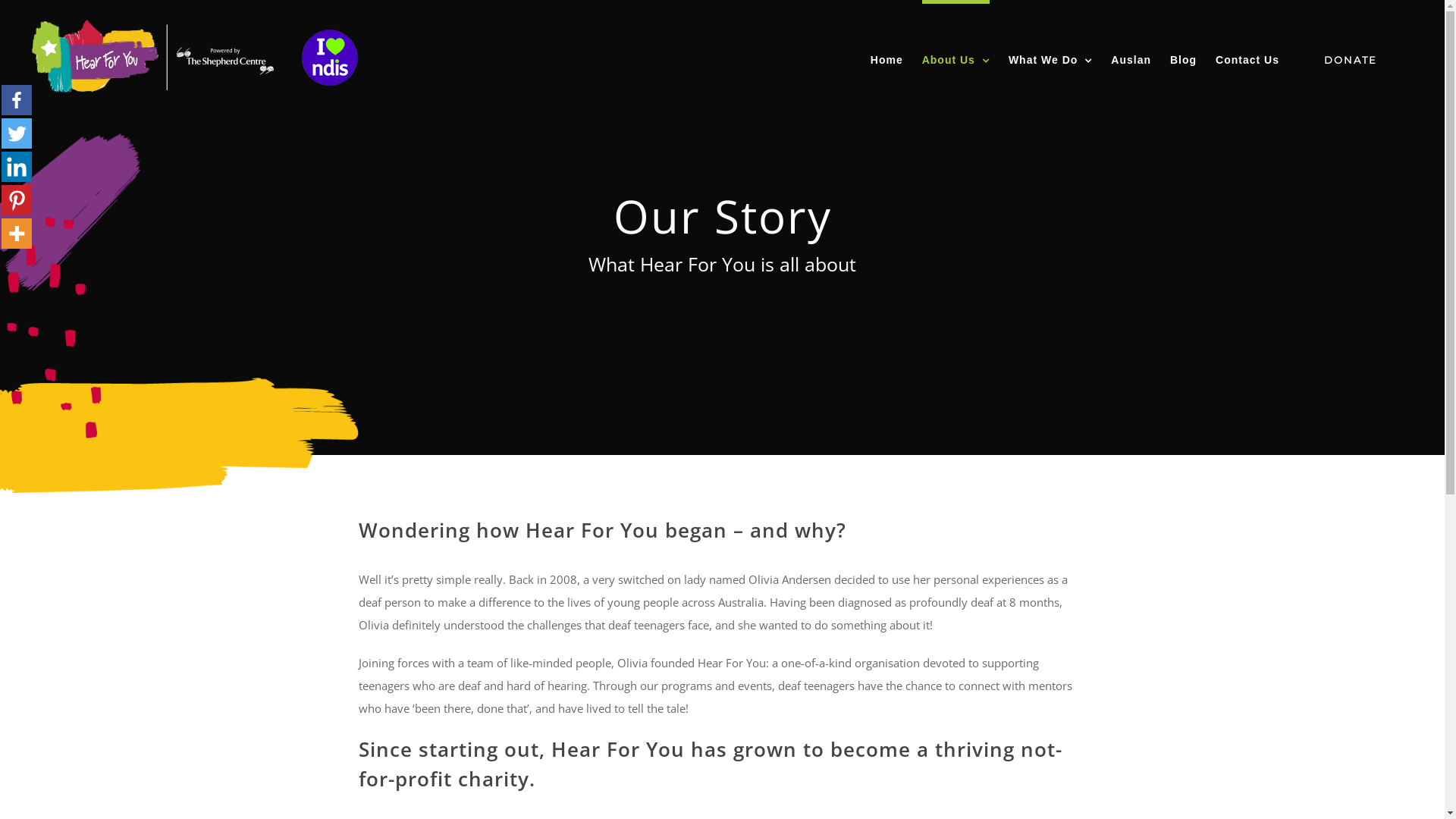 The height and width of the screenshot is (819, 1456). I want to click on 'Facebook', so click(17, 99).